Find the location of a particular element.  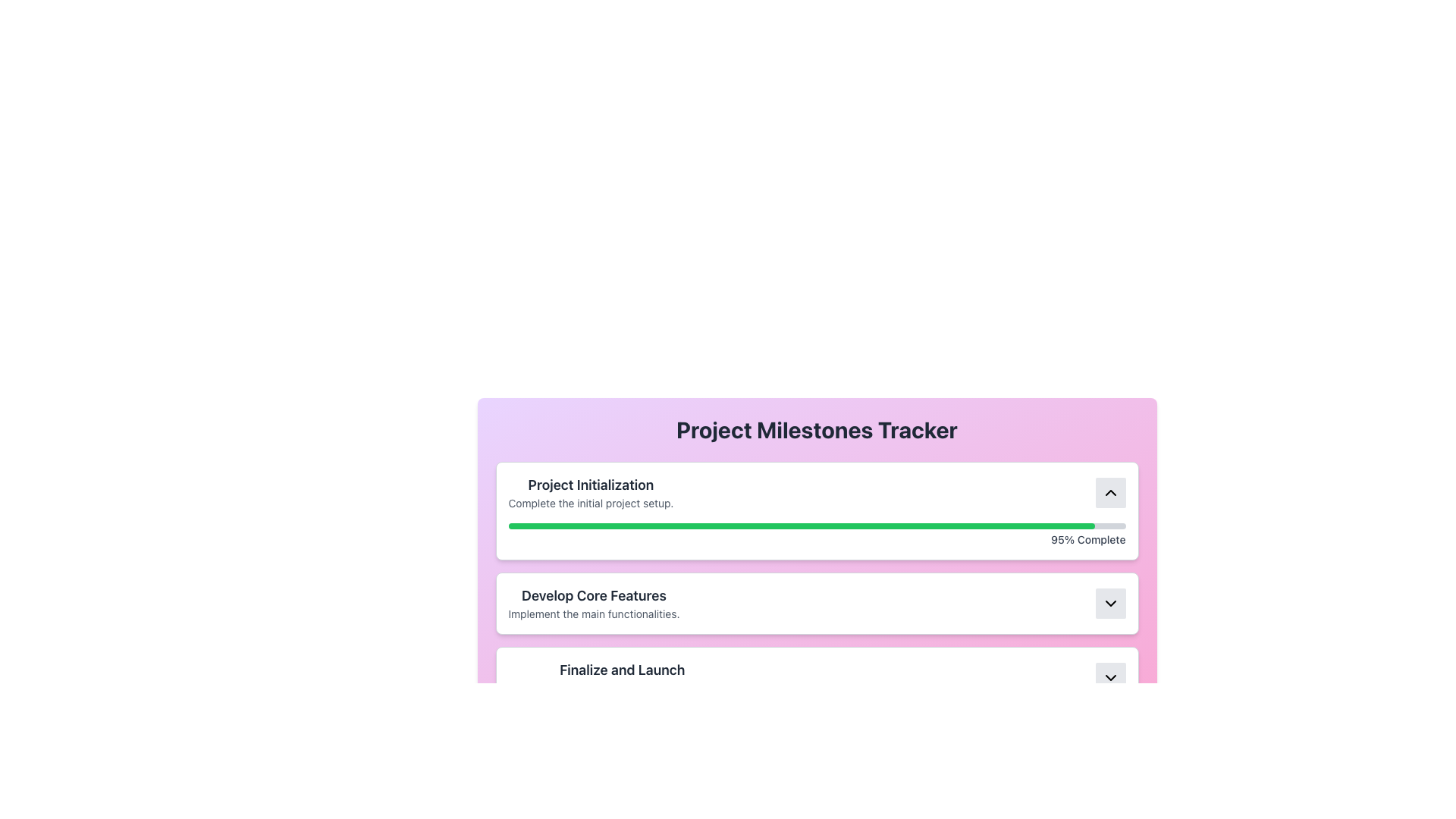

the Progress Indicator that visually indicates 95% completion of the 'Project Initialization' task within the 'Project Milestones Tracker' interface is located at coordinates (801, 526).